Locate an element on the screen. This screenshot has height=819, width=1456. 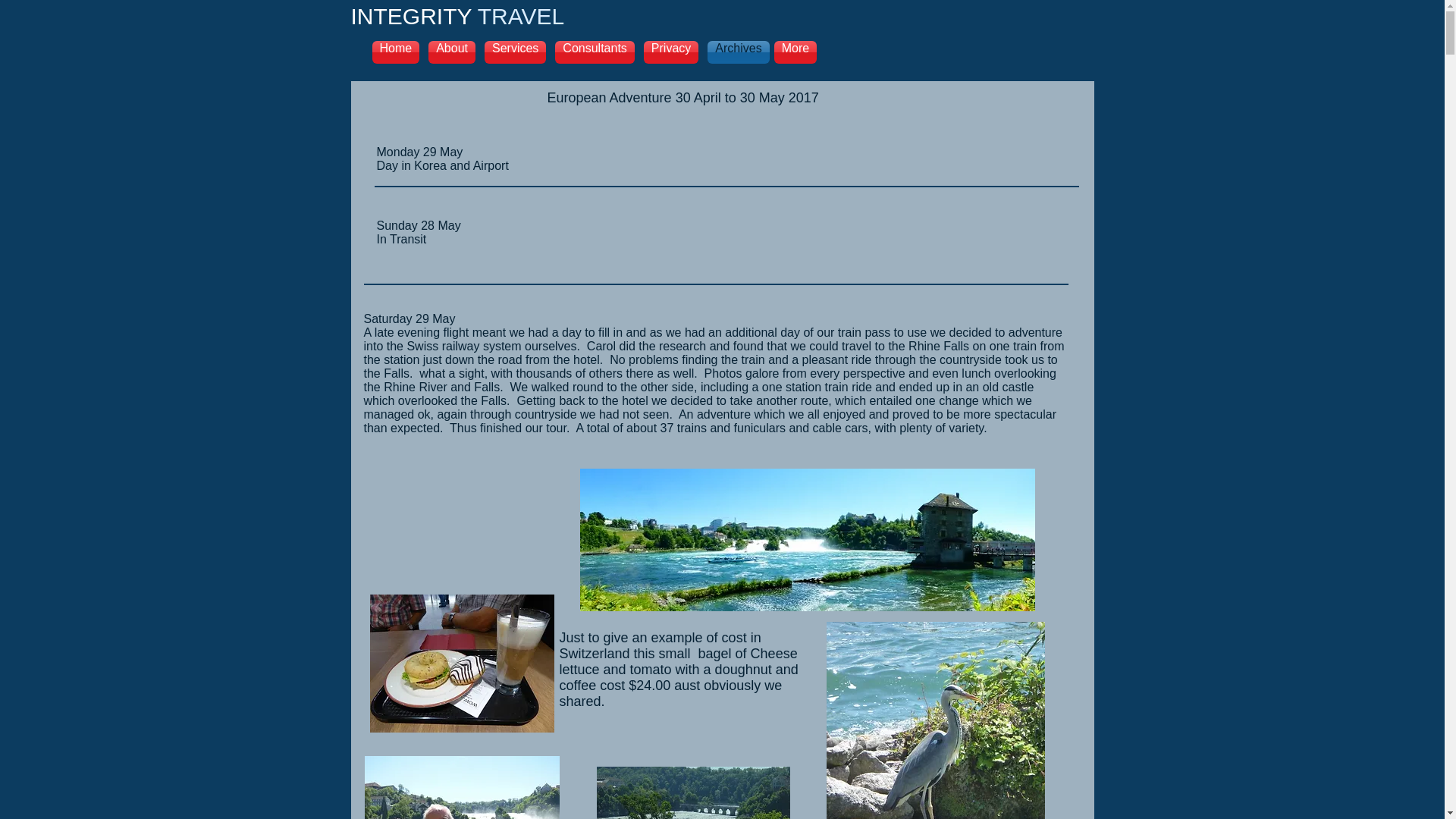
'Home' is located at coordinates (397, 52).